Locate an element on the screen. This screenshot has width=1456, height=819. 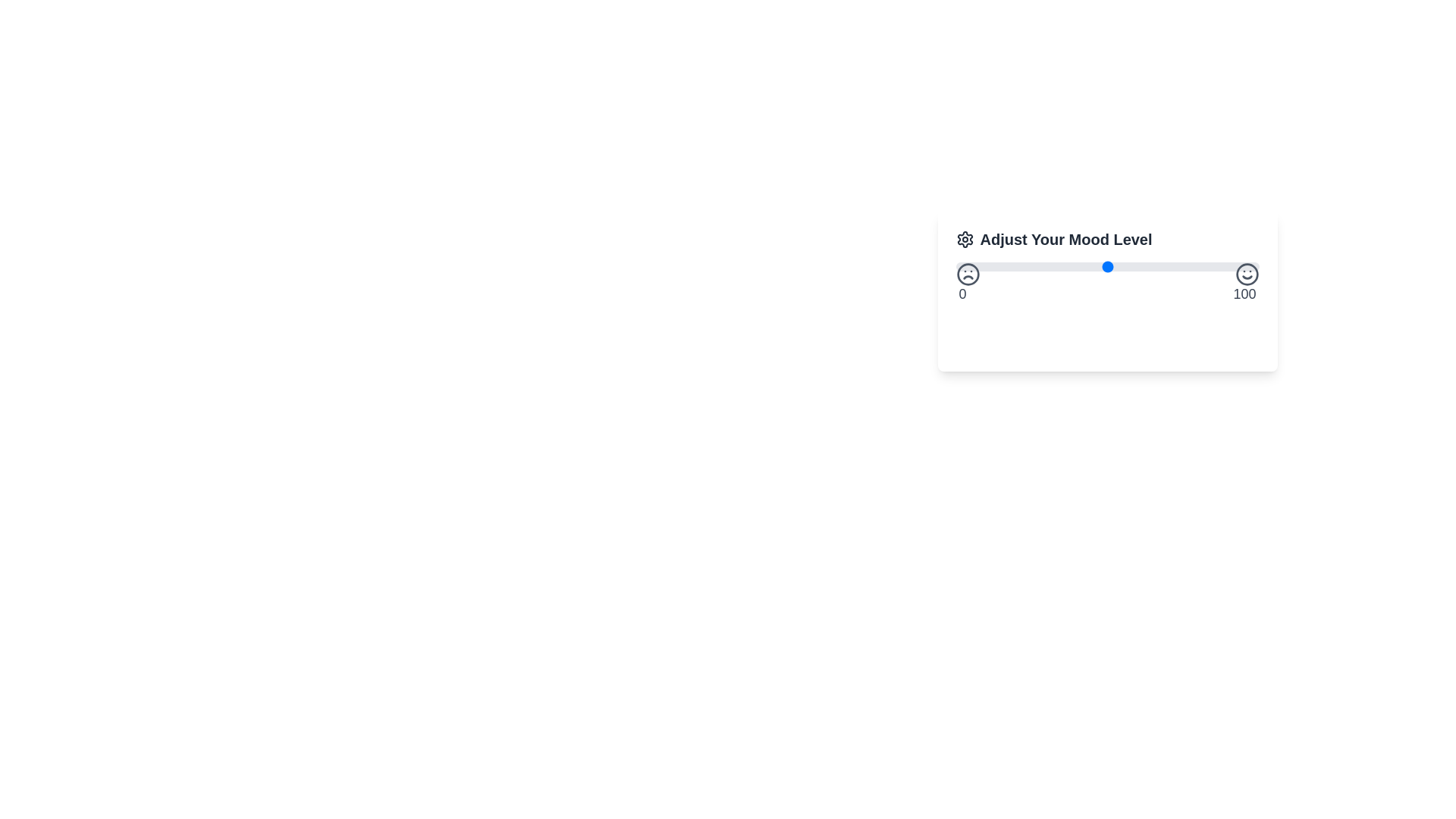
mood level is located at coordinates (1085, 265).